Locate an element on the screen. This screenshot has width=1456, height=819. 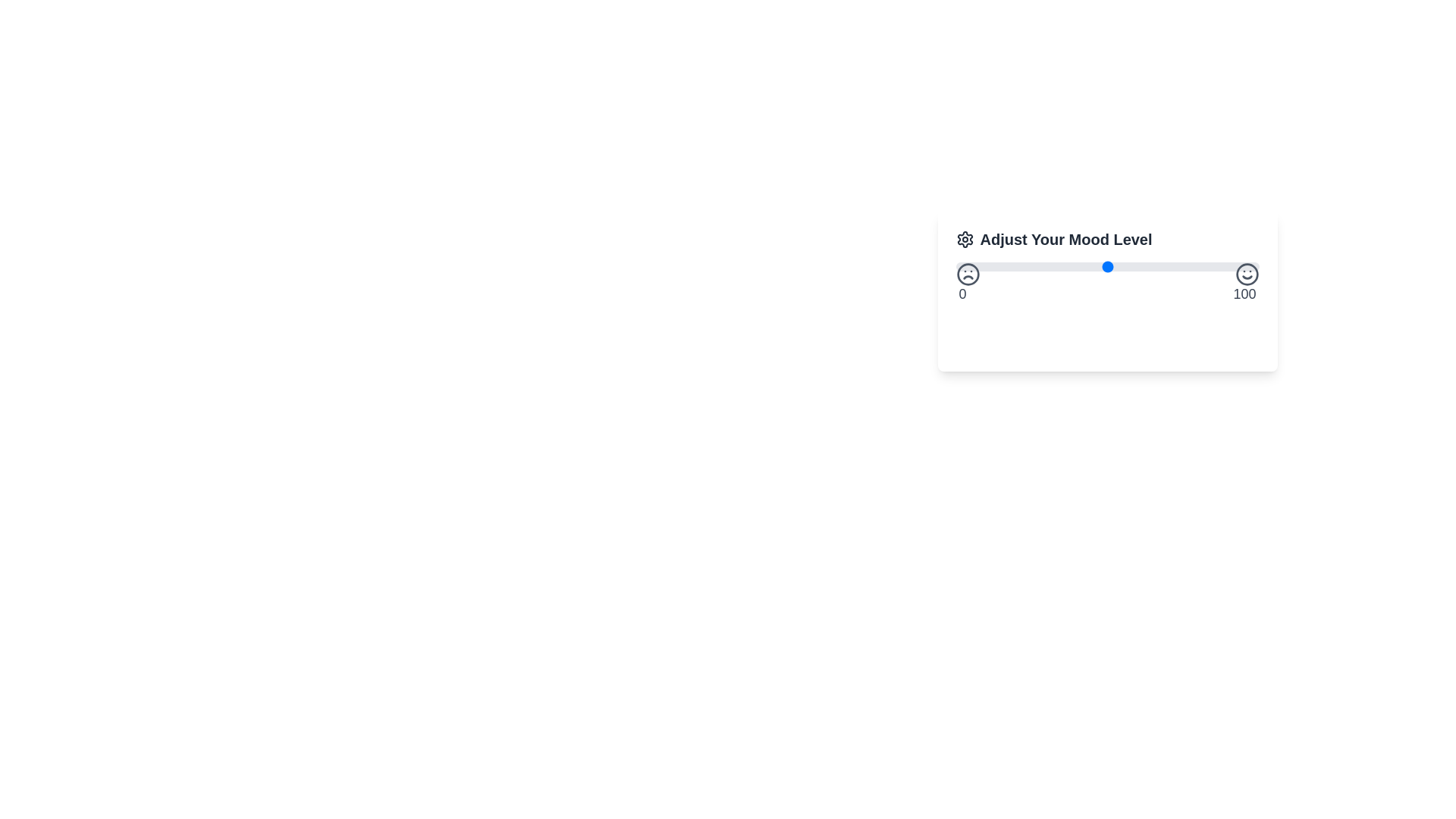
mood level is located at coordinates (1085, 265).